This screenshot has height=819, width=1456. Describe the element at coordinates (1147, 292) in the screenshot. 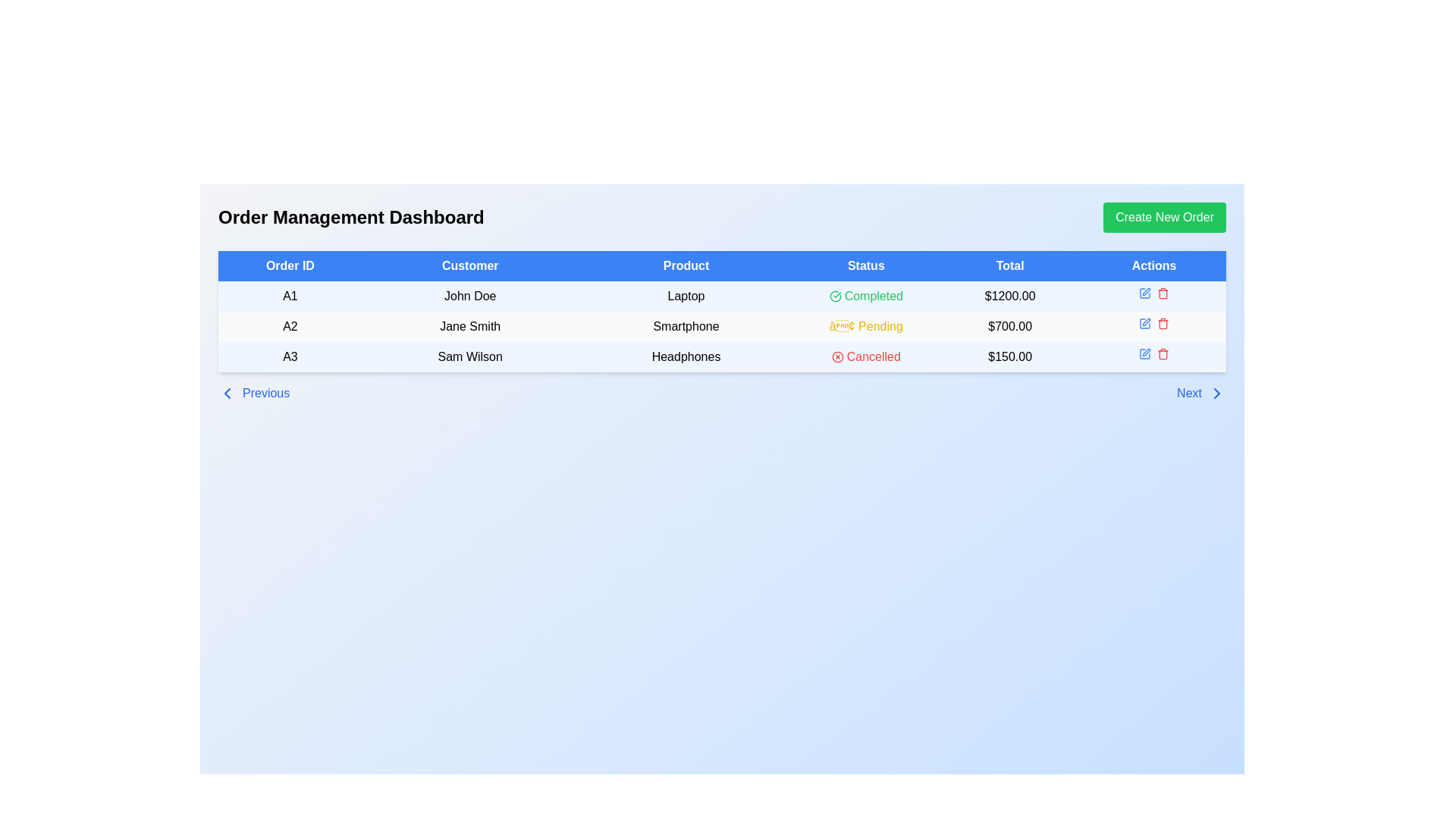

I see `the edit icon button located in the Actions column of the table` at that location.